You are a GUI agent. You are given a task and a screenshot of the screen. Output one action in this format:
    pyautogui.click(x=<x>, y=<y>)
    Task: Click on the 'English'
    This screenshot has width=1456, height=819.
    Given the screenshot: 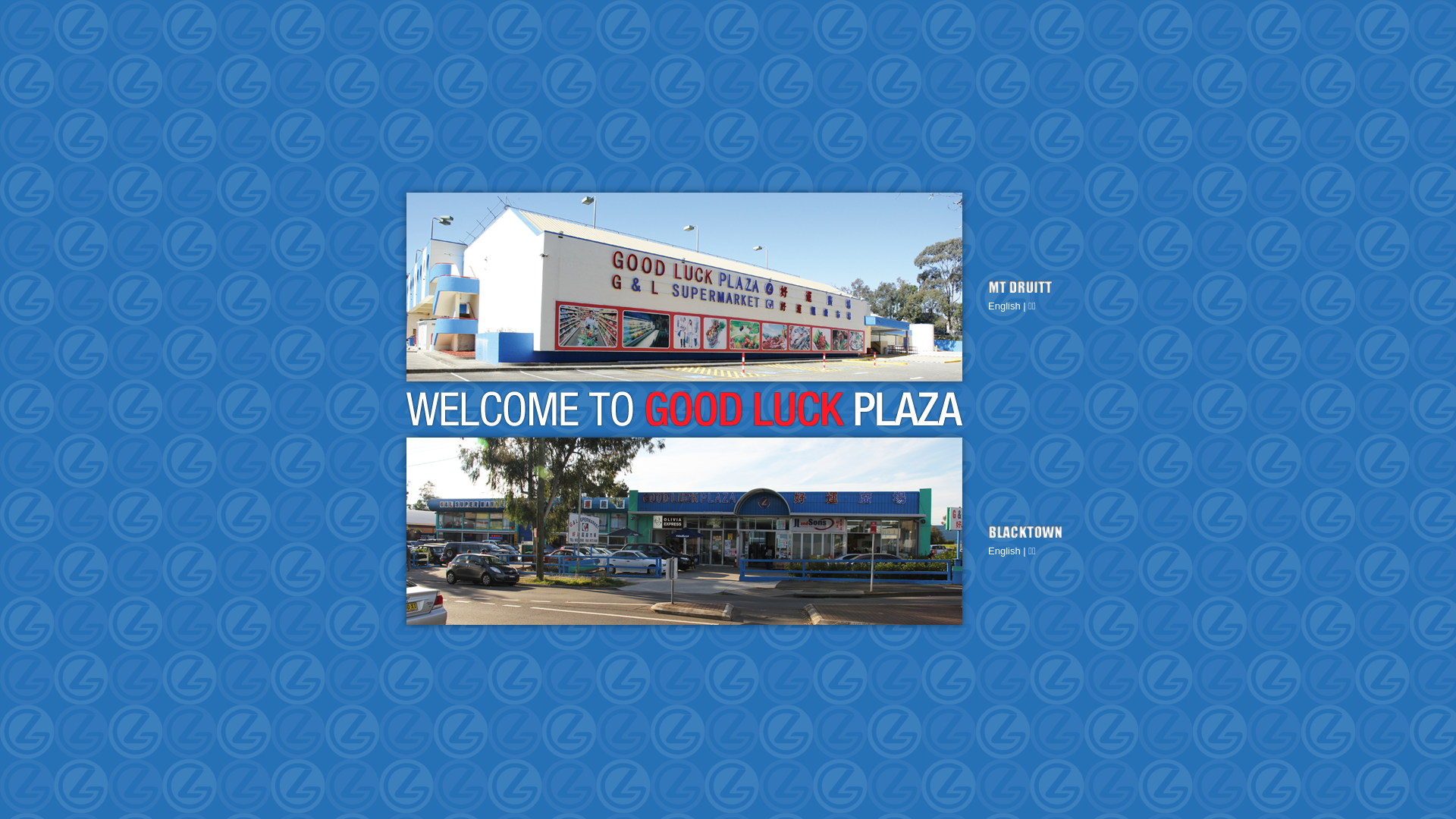 What is the action you would take?
    pyautogui.click(x=1004, y=306)
    